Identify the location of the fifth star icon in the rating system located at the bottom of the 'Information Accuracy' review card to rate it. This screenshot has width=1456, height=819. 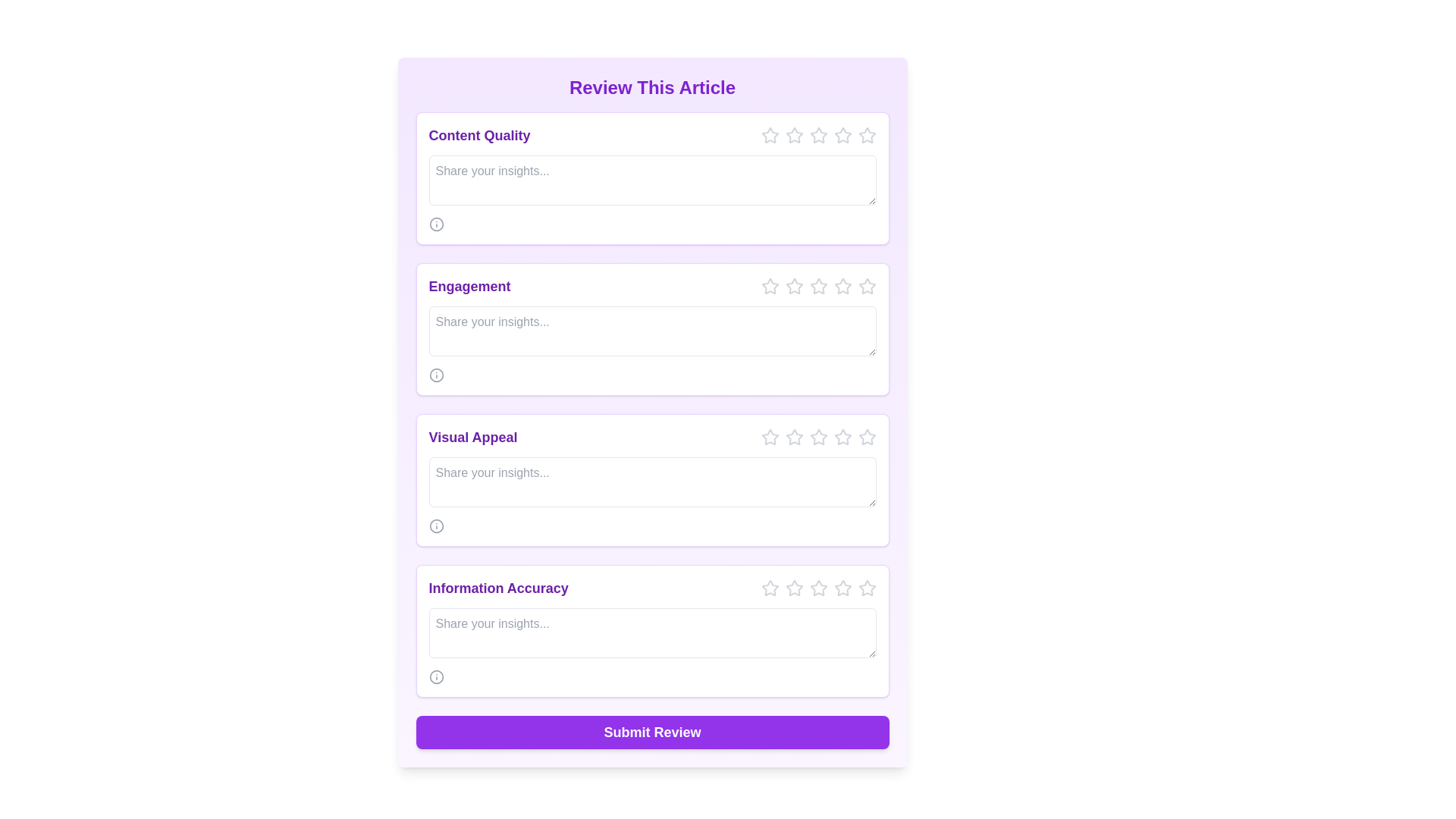
(842, 587).